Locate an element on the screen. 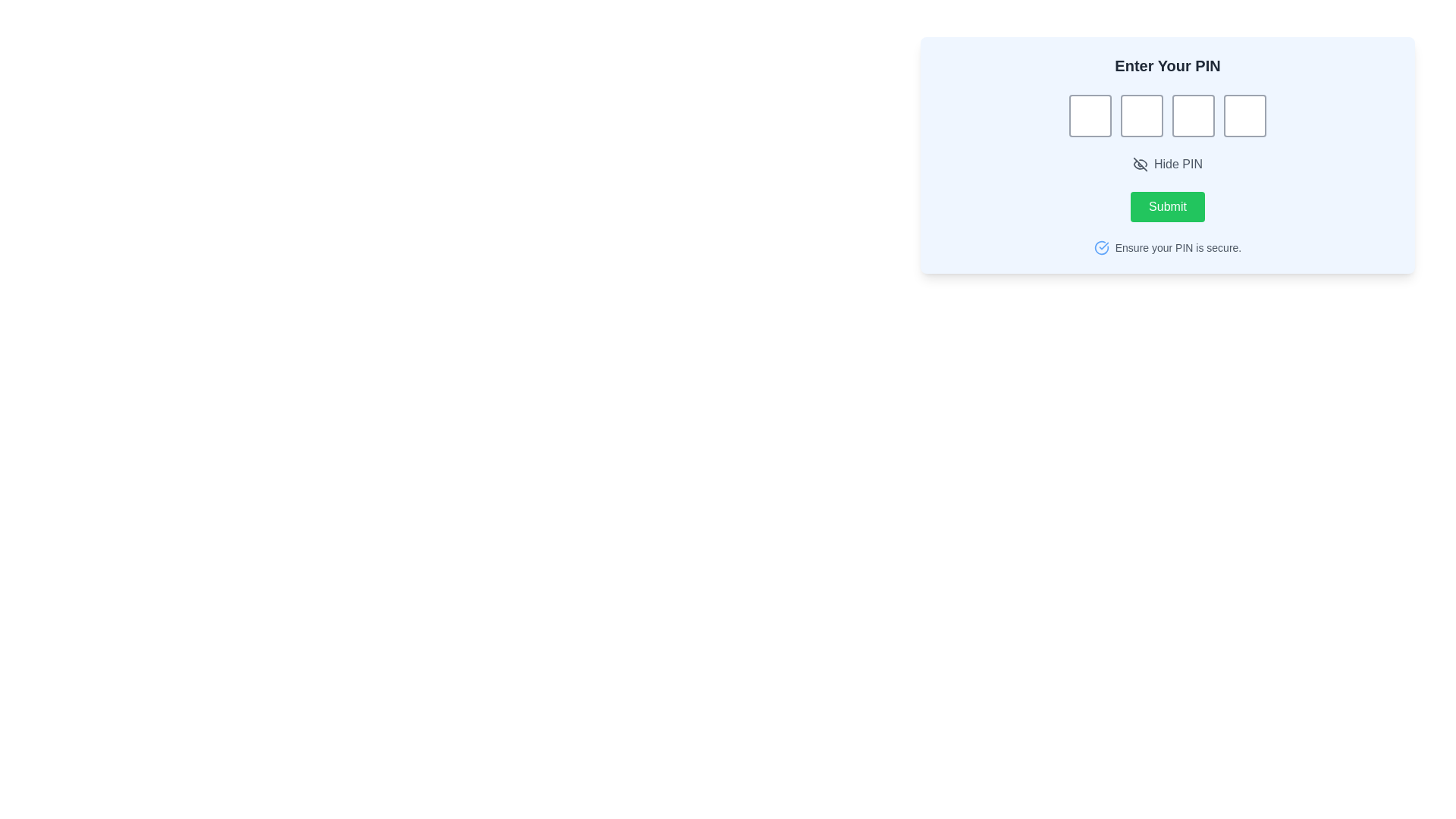 Image resolution: width=1456 pixels, height=819 pixels. the fourth text input box in the sequence and tab to the next field is located at coordinates (1244, 115).